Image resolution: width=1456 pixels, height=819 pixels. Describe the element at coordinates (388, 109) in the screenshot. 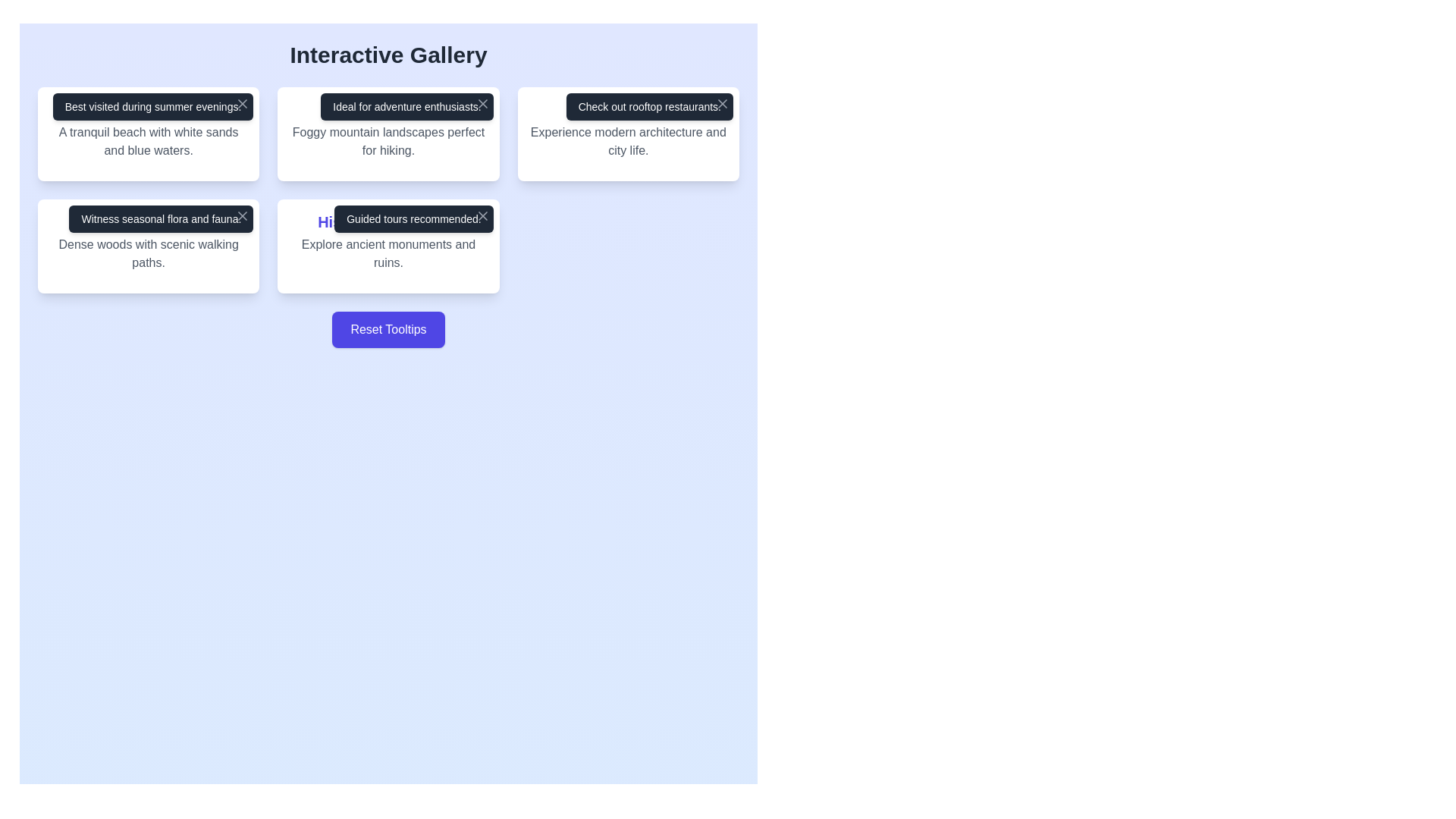

I see `the static text display element styled as a title that shows 'Mystic Mountains' in a large, bold, indigo font located at the upper part of a card-like section` at that location.